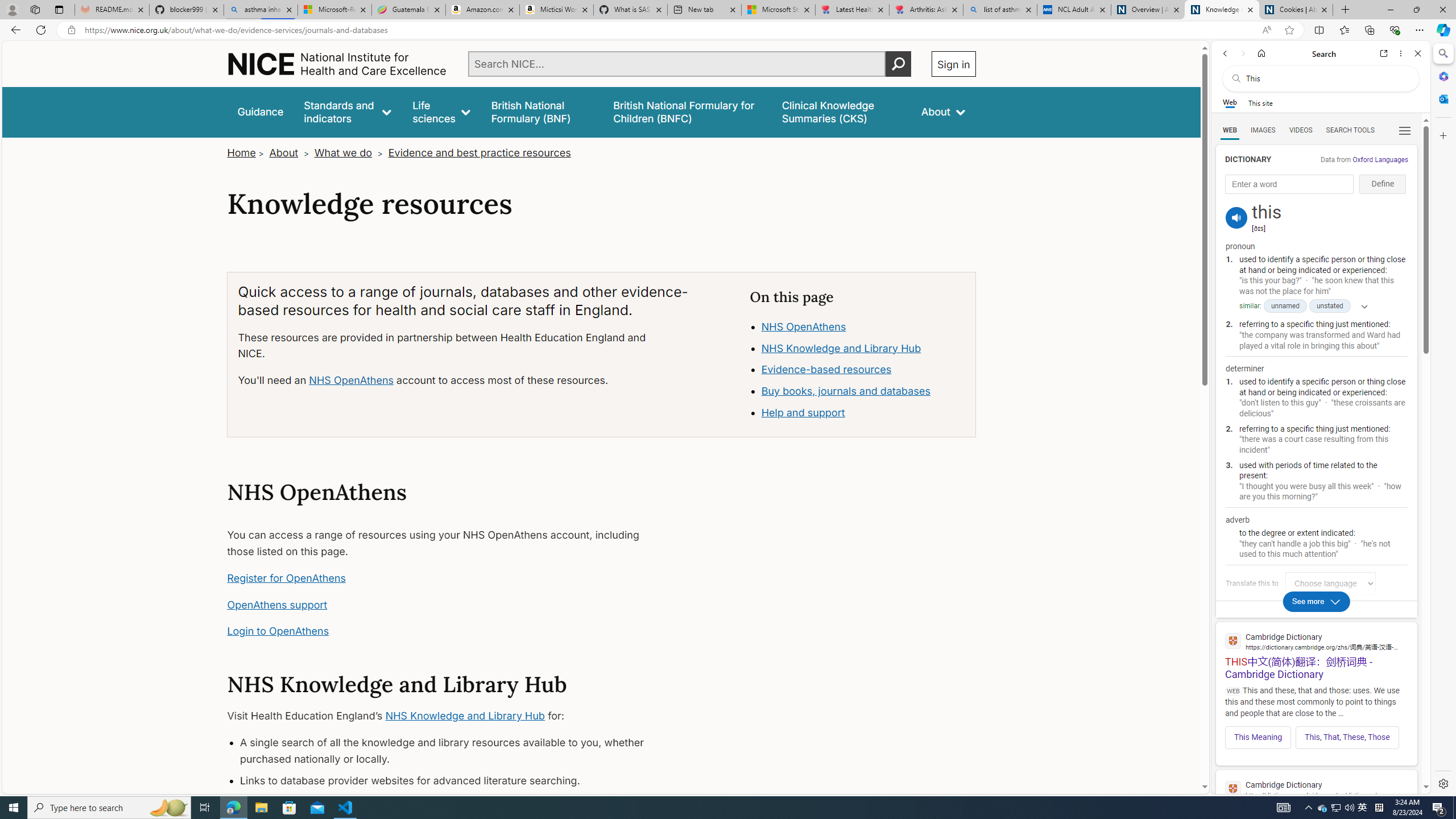 The image size is (1456, 819). Describe the element at coordinates (287, 577) in the screenshot. I see `'Register for OpenAthens'` at that location.